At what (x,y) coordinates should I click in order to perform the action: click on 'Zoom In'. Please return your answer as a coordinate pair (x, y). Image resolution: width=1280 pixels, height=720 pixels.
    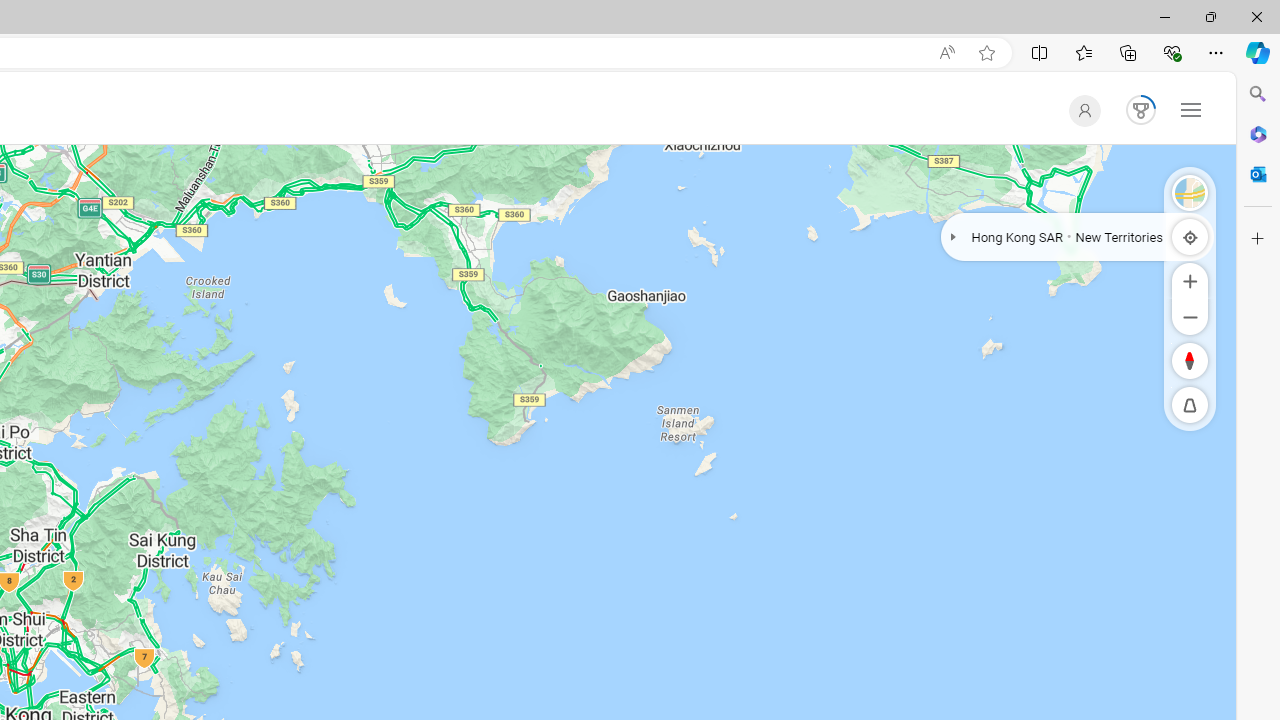
    Looking at the image, I should click on (1190, 280).